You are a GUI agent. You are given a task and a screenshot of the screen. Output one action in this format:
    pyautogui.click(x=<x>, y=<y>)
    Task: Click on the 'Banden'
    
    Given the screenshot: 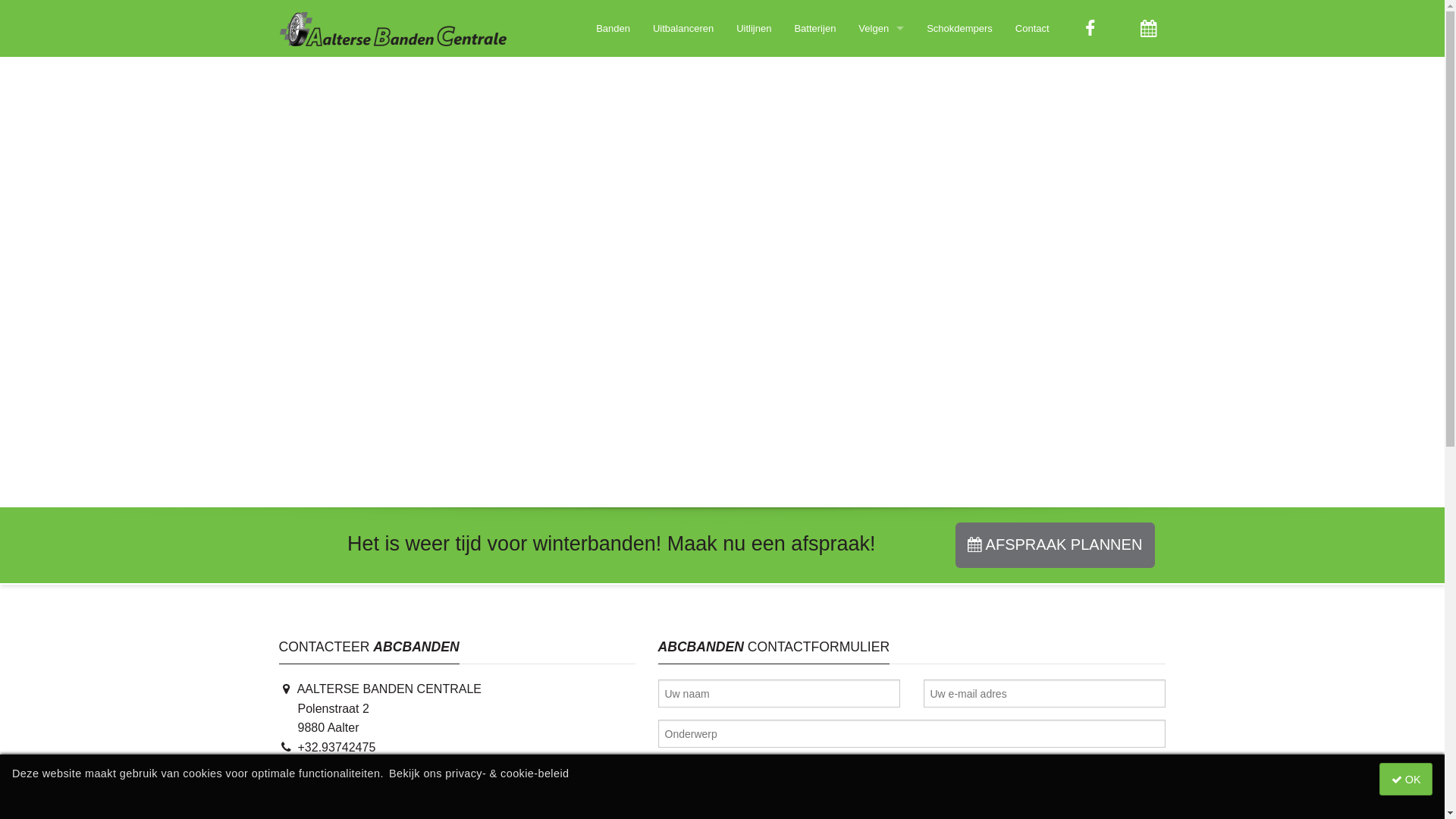 What is the action you would take?
    pyautogui.click(x=584, y=28)
    